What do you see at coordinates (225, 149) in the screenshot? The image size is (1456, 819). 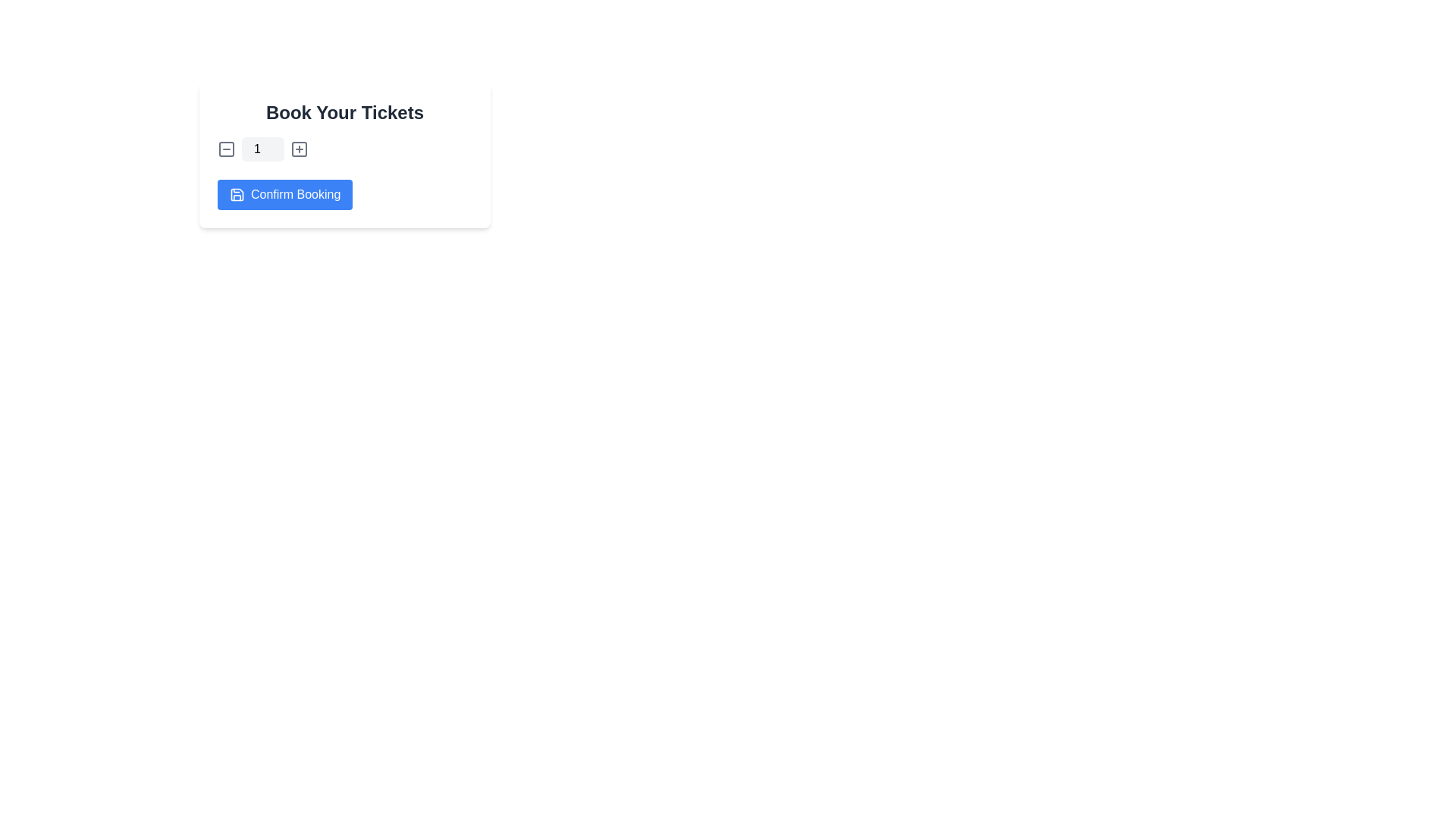 I see `the button with an integrated icon to decrease the value in the associated numerical input field located next to it` at bounding box center [225, 149].